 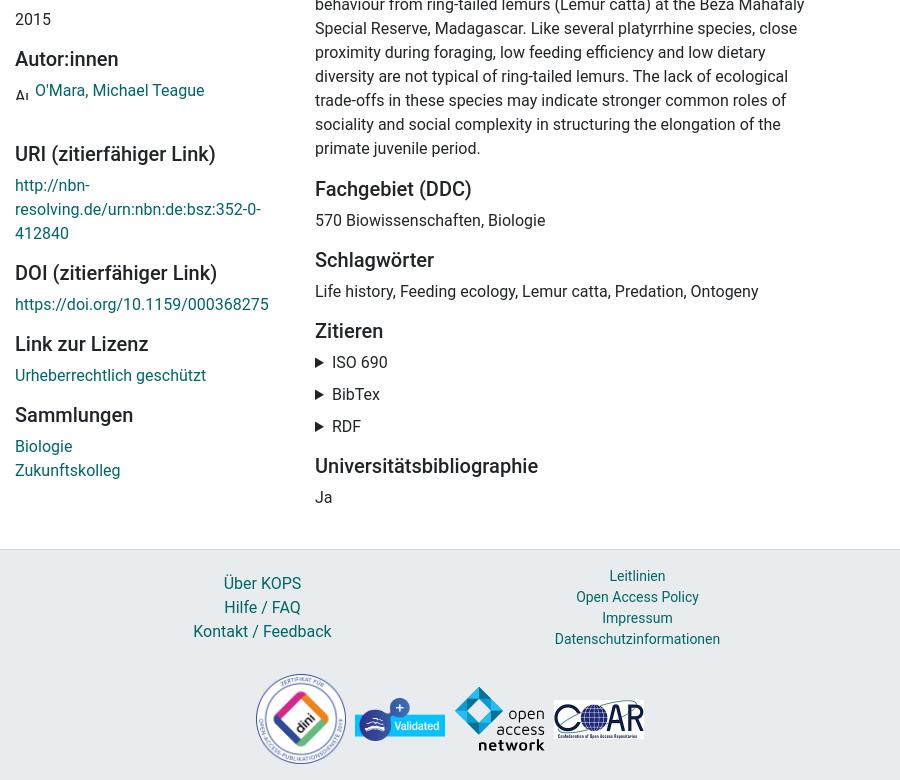 I want to click on 'DOI (zitierfähiger Link)', so click(x=116, y=273).